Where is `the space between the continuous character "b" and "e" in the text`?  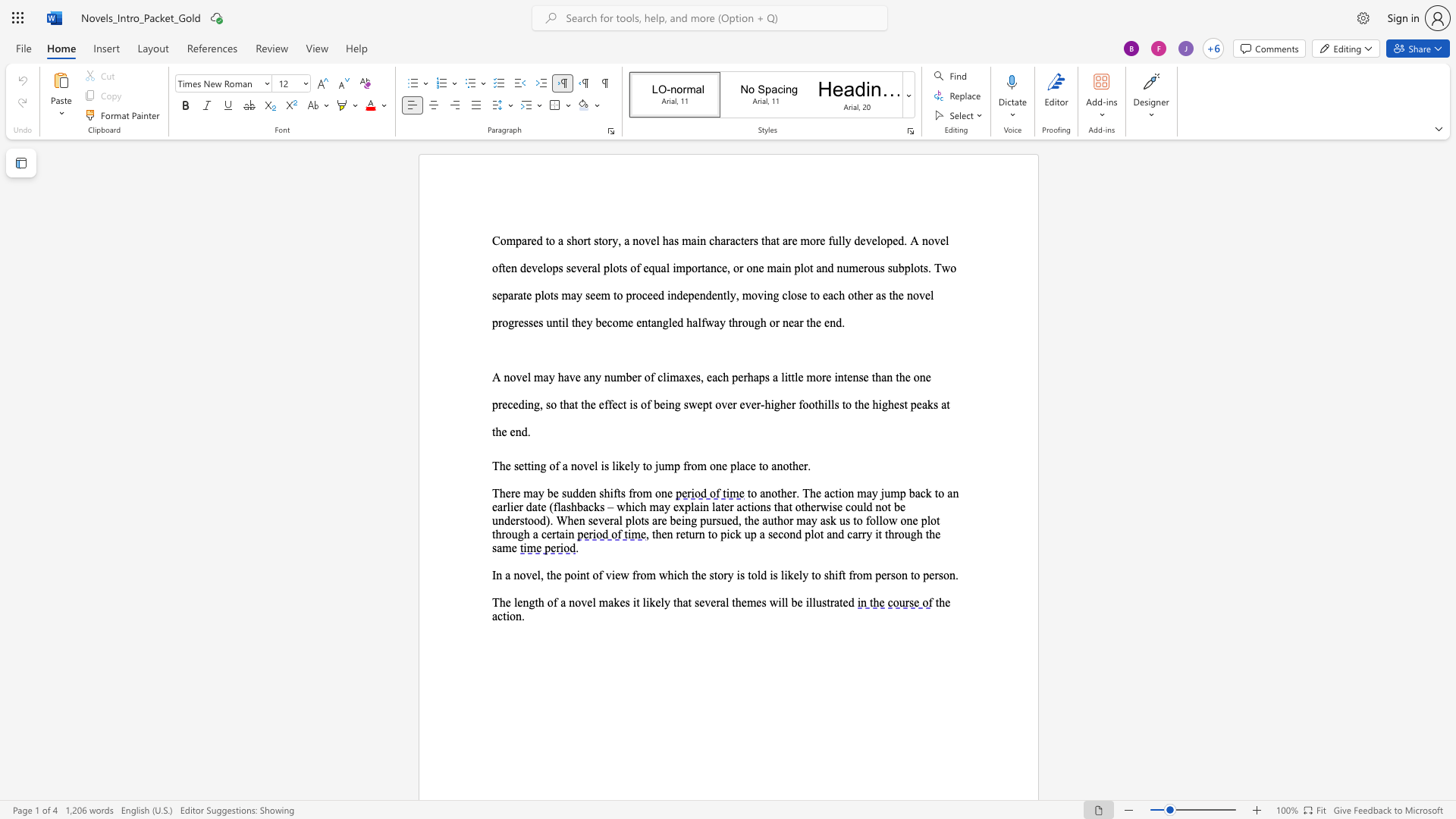
the space between the continuous character "b" and "e" in the text is located at coordinates (601, 322).